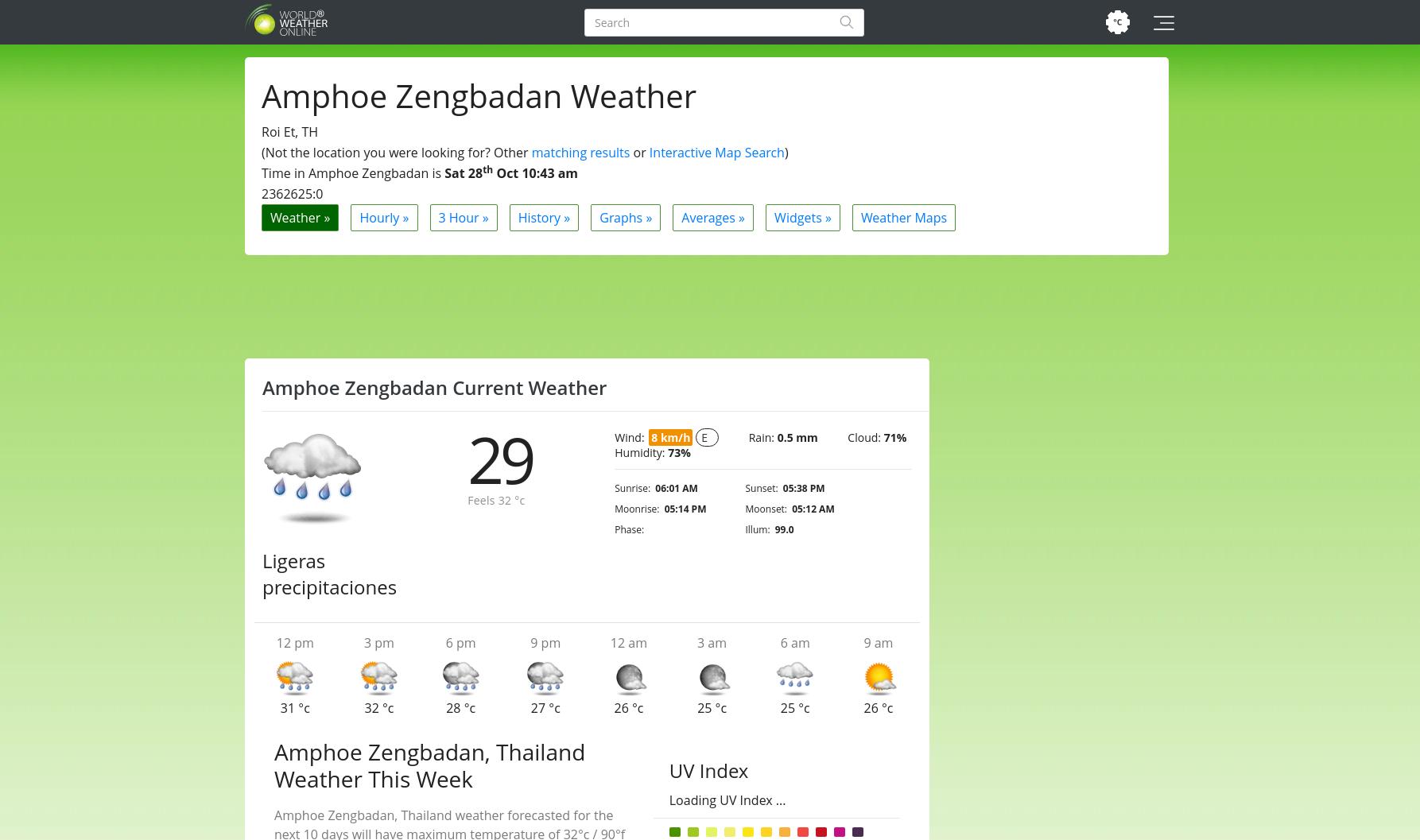 Image resolution: width=1420 pixels, height=840 pixels. Describe the element at coordinates (544, 216) in the screenshot. I see `'History »'` at that location.